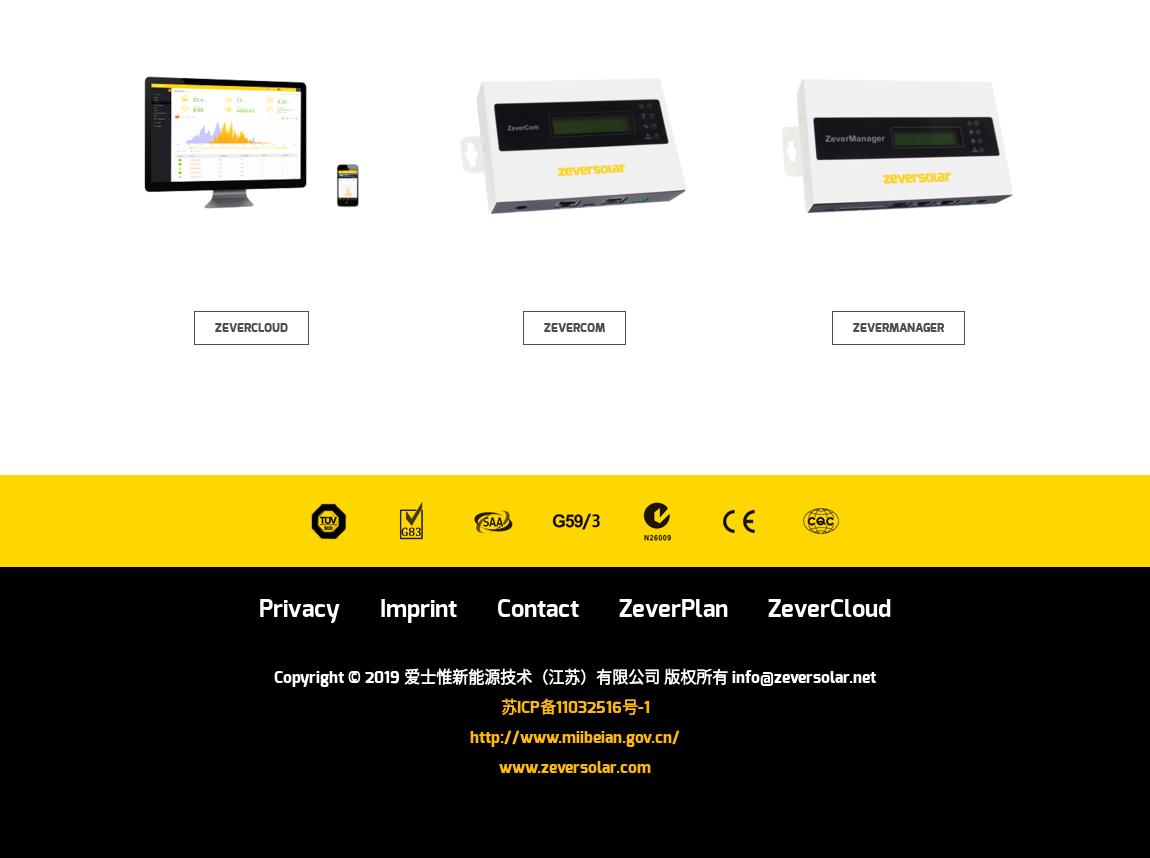 Image resolution: width=1150 pixels, height=858 pixels. Describe the element at coordinates (802, 676) in the screenshot. I see `'info@zeversolar.net'` at that location.